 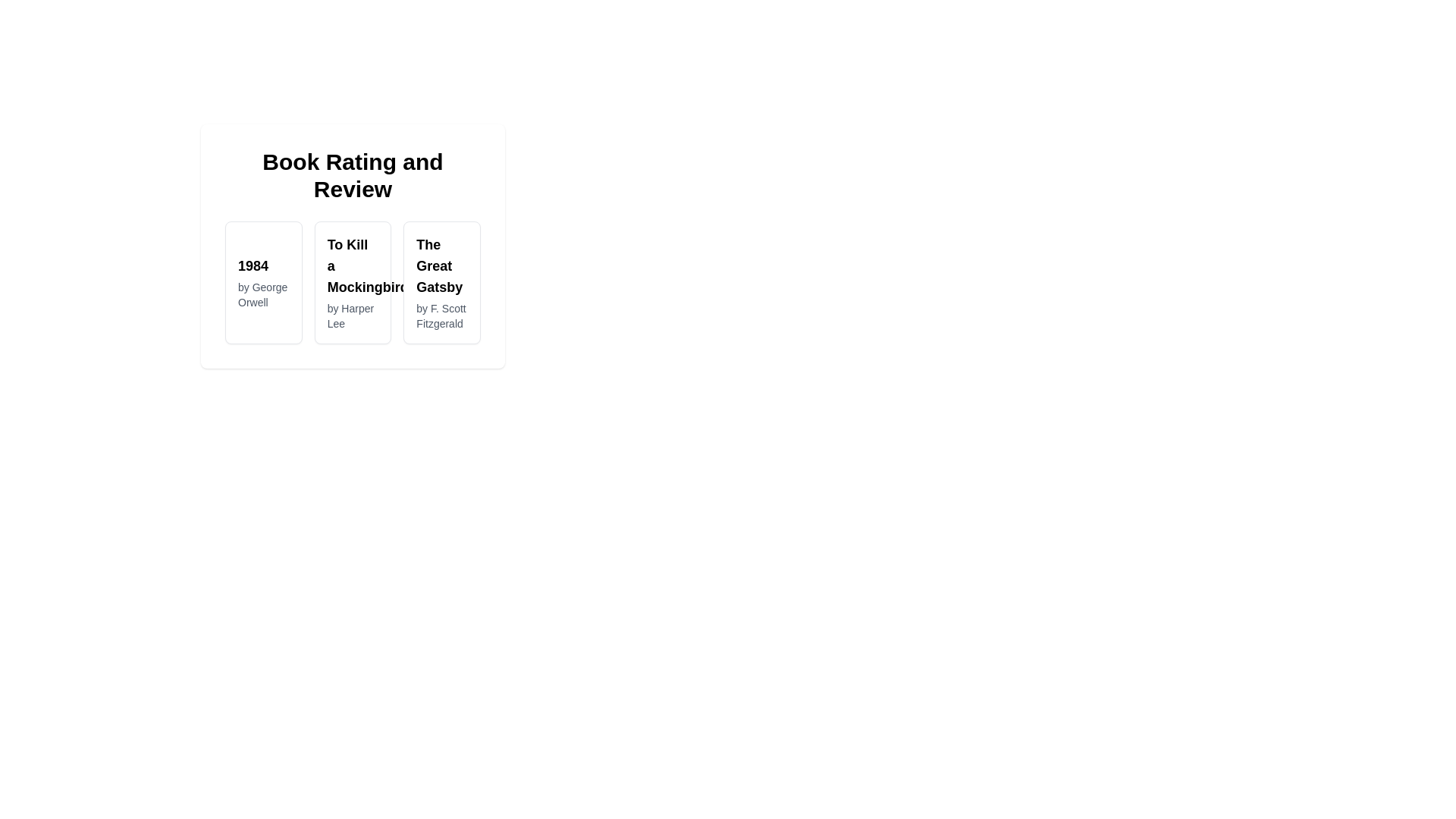 I want to click on the Text label that serves as the title of the book, which is located inside the leftmost book information card, positioned at the top of the card above the text 'by George Orwell', so click(x=263, y=265).